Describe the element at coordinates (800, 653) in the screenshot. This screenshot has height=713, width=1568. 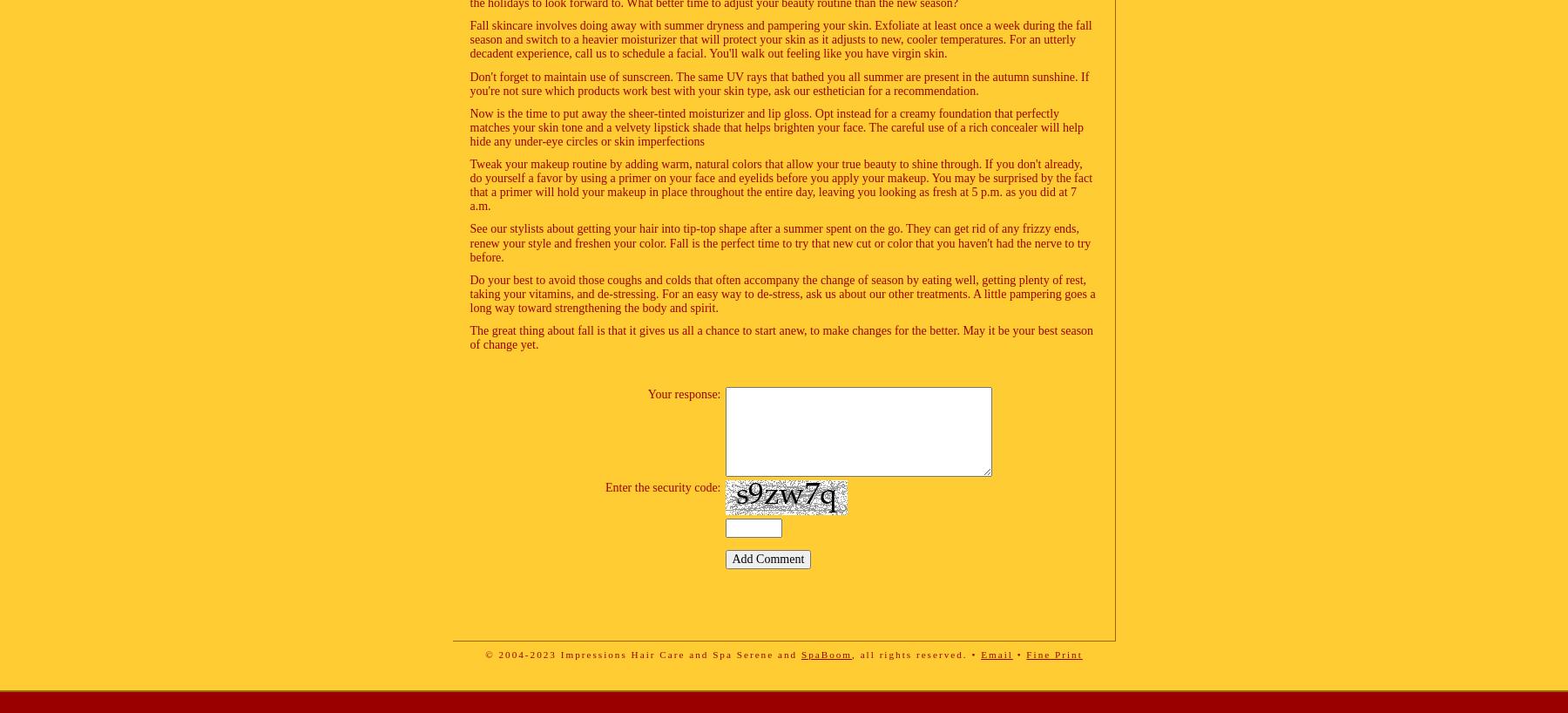
I see `'SpaBoom'` at that location.